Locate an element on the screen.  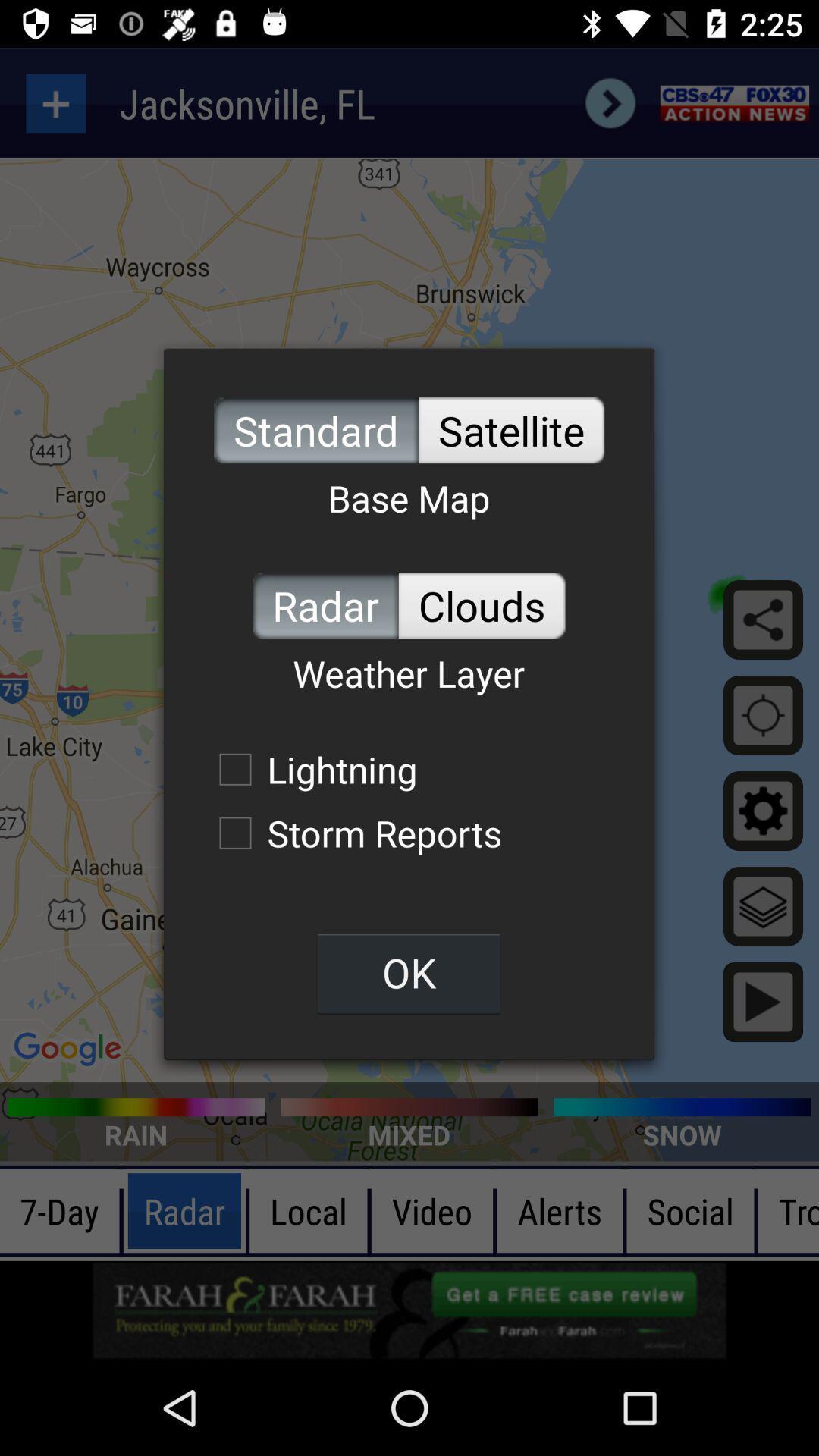
icon above the base map is located at coordinates (511, 429).